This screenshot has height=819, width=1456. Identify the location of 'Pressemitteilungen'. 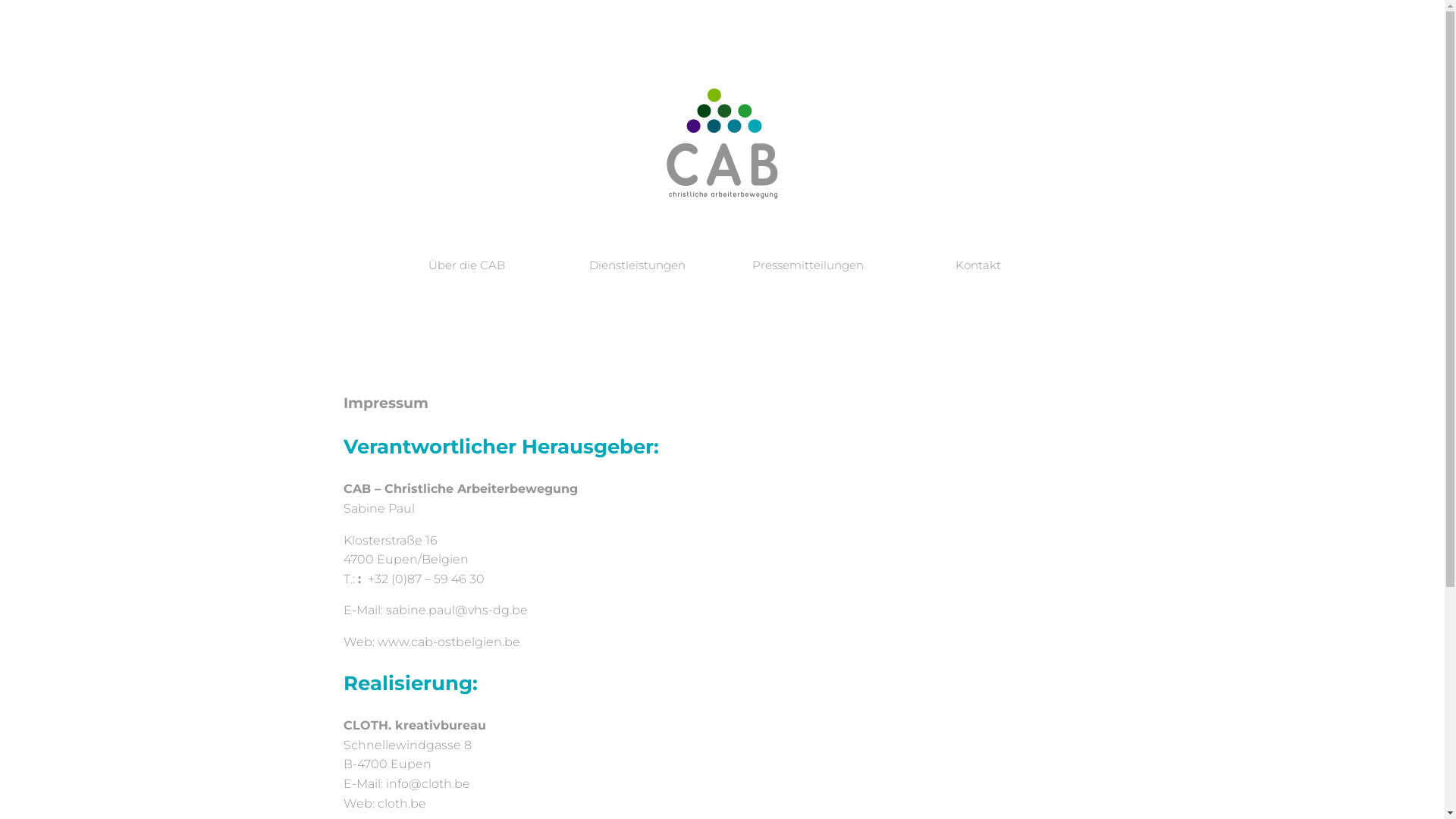
(807, 264).